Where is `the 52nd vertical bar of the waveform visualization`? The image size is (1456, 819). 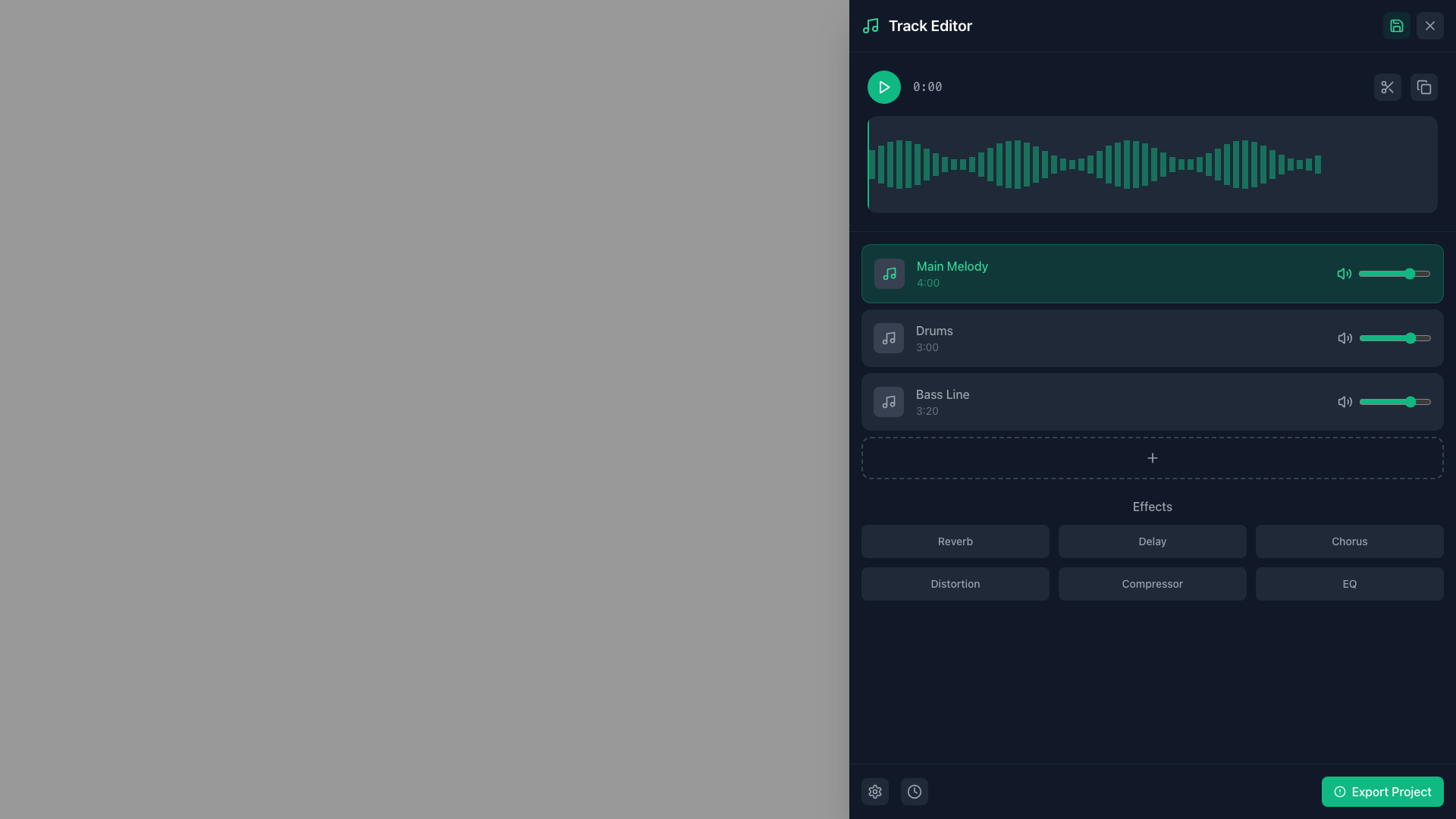
the 52nd vertical bar of the waveform visualization is located at coordinates (1263, 164).